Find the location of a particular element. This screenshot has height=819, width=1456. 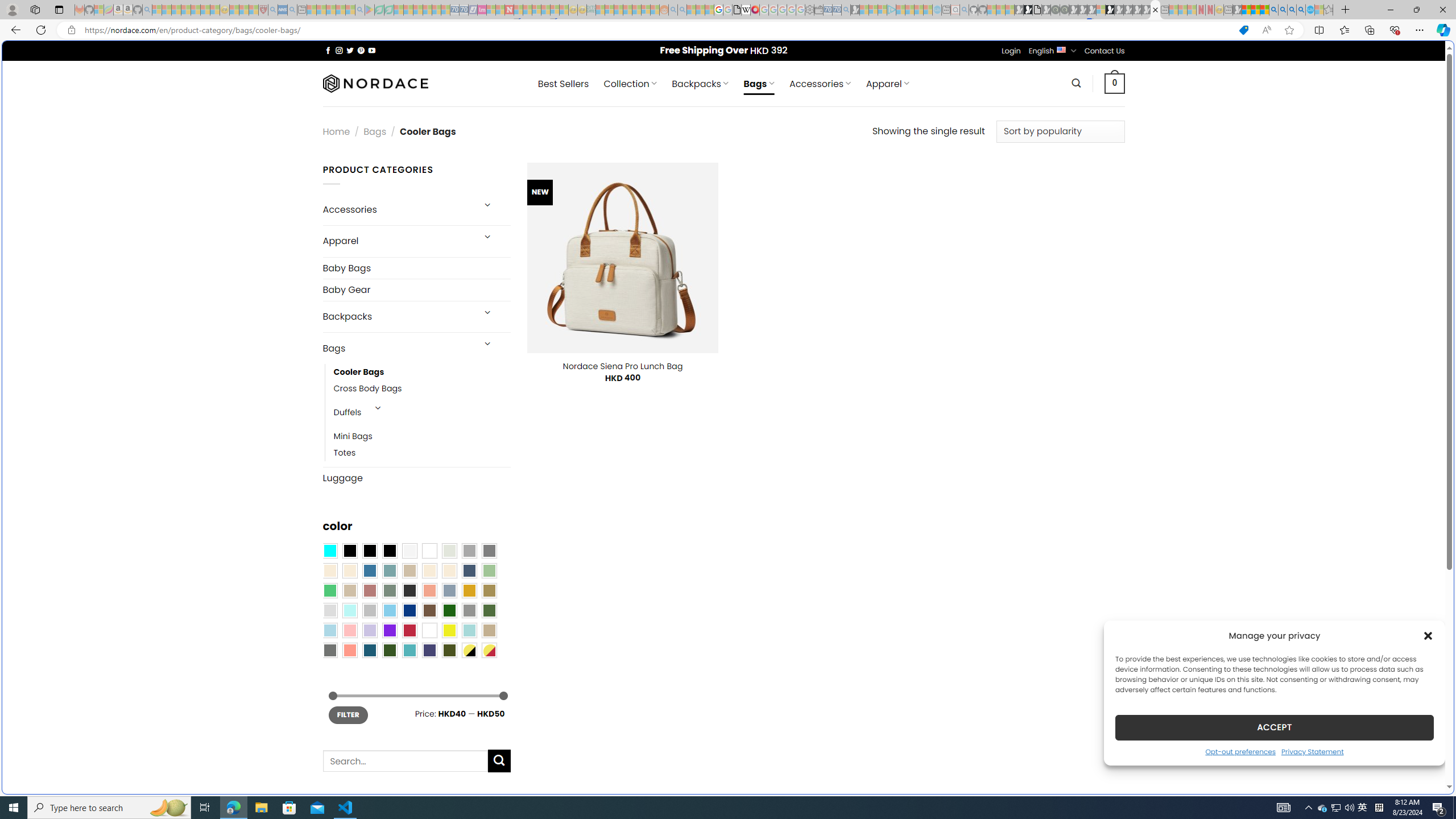

'Beige-Brown' is located at coordinates (349, 570).